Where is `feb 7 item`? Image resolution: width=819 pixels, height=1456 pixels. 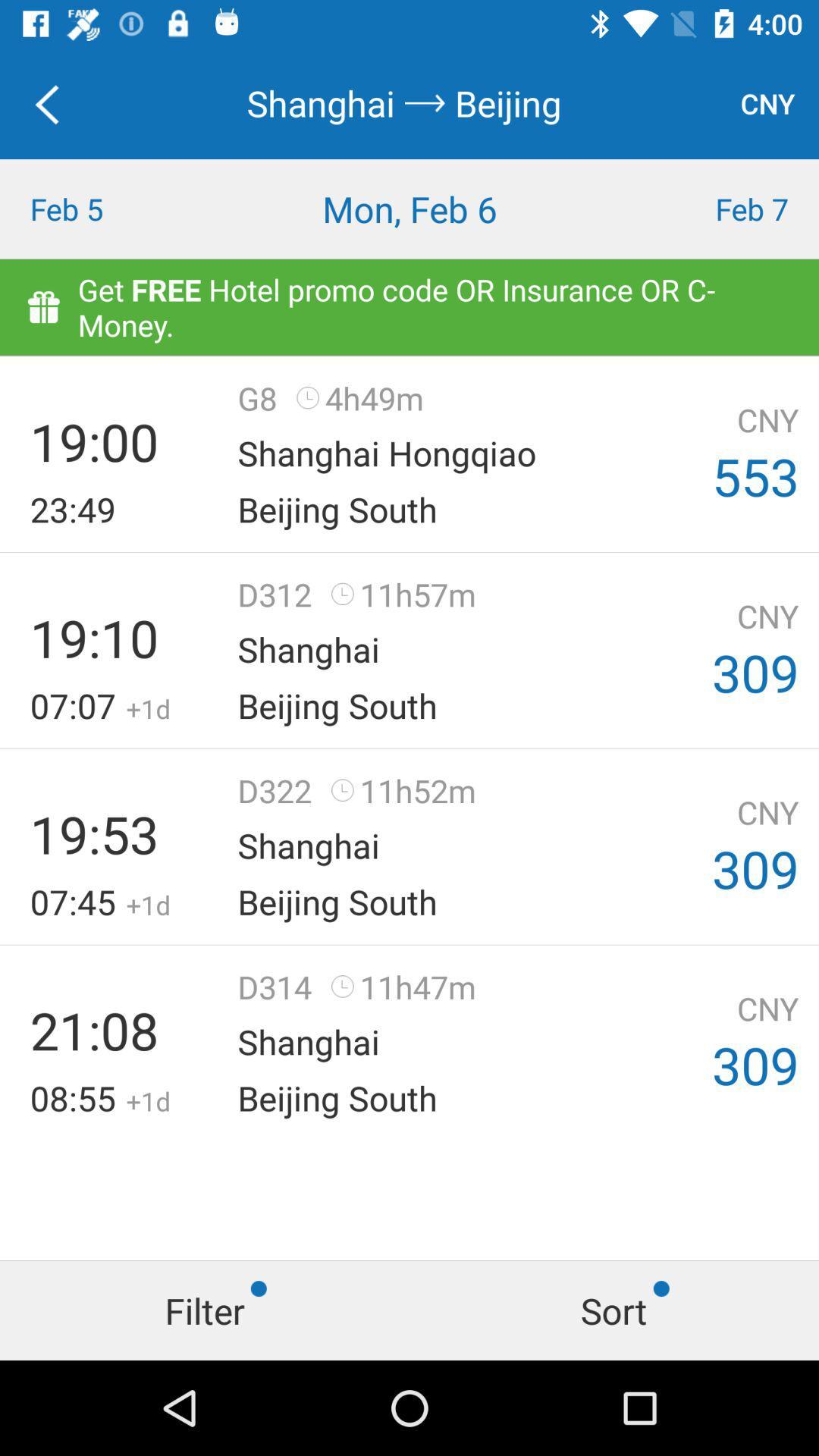
feb 7 item is located at coordinates (717, 208).